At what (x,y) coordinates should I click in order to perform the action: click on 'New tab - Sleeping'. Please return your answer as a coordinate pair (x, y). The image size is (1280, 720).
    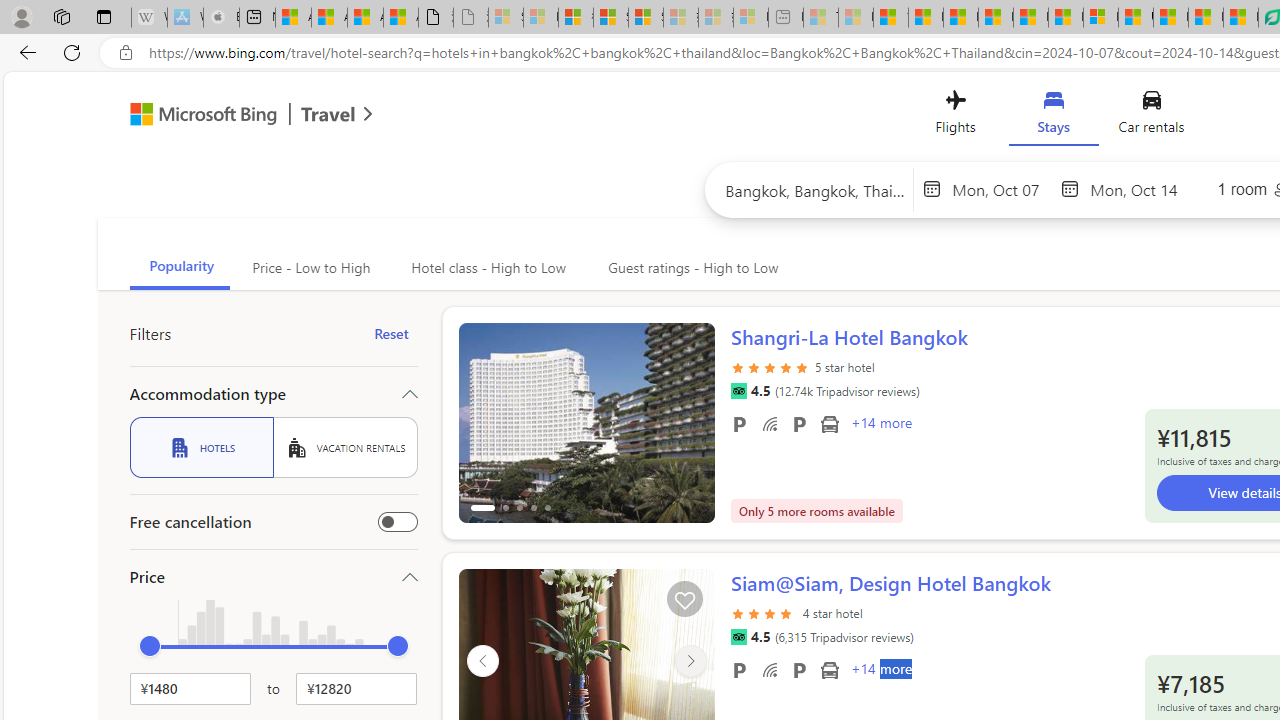
    Looking at the image, I should click on (784, 17).